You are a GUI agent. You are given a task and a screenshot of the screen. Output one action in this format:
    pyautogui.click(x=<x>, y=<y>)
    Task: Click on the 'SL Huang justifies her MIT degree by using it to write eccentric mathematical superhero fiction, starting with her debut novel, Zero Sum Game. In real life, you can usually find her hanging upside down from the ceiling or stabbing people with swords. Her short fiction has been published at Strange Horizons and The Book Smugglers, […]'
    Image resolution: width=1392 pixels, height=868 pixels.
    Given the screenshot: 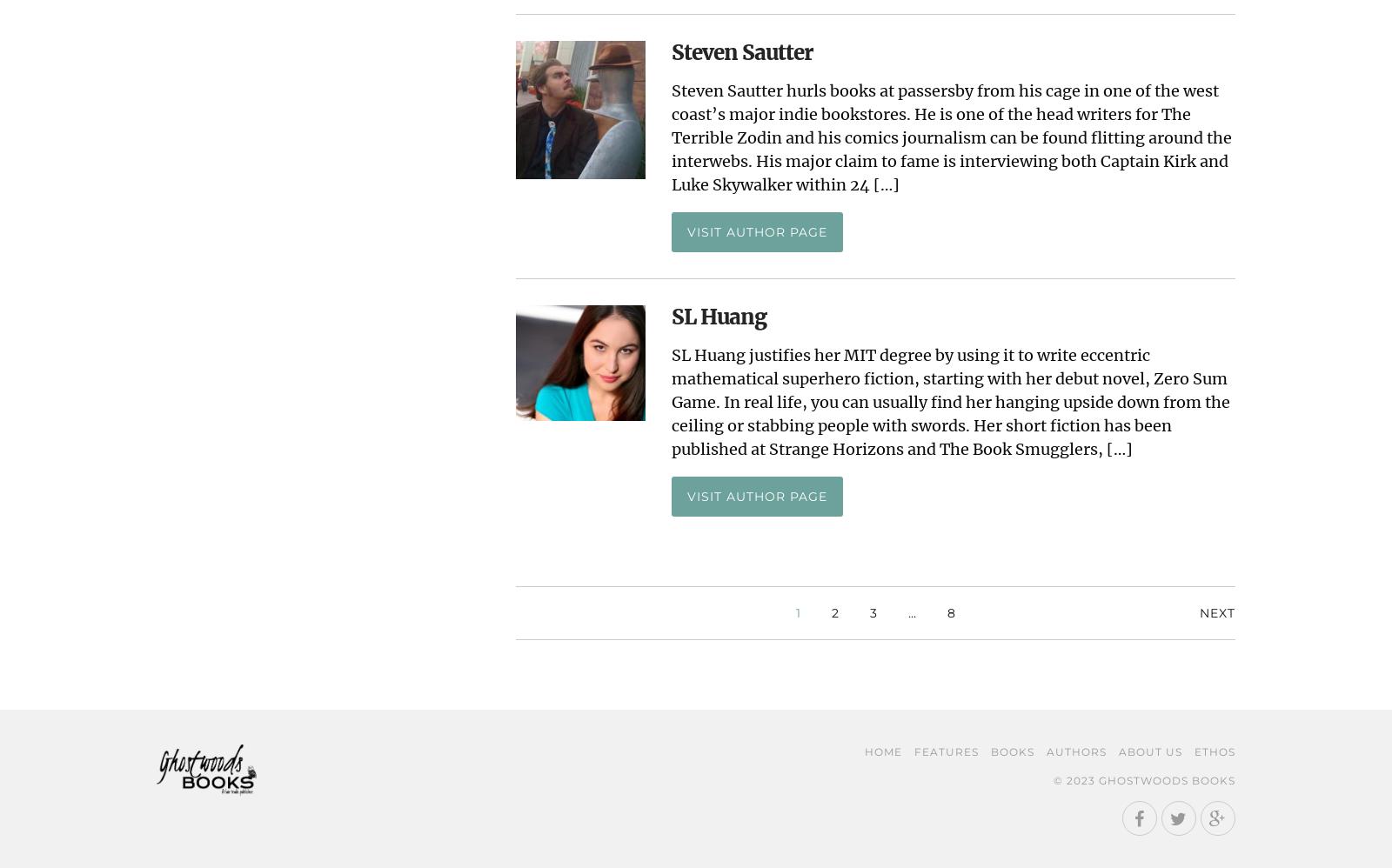 What is the action you would take?
    pyautogui.click(x=950, y=400)
    